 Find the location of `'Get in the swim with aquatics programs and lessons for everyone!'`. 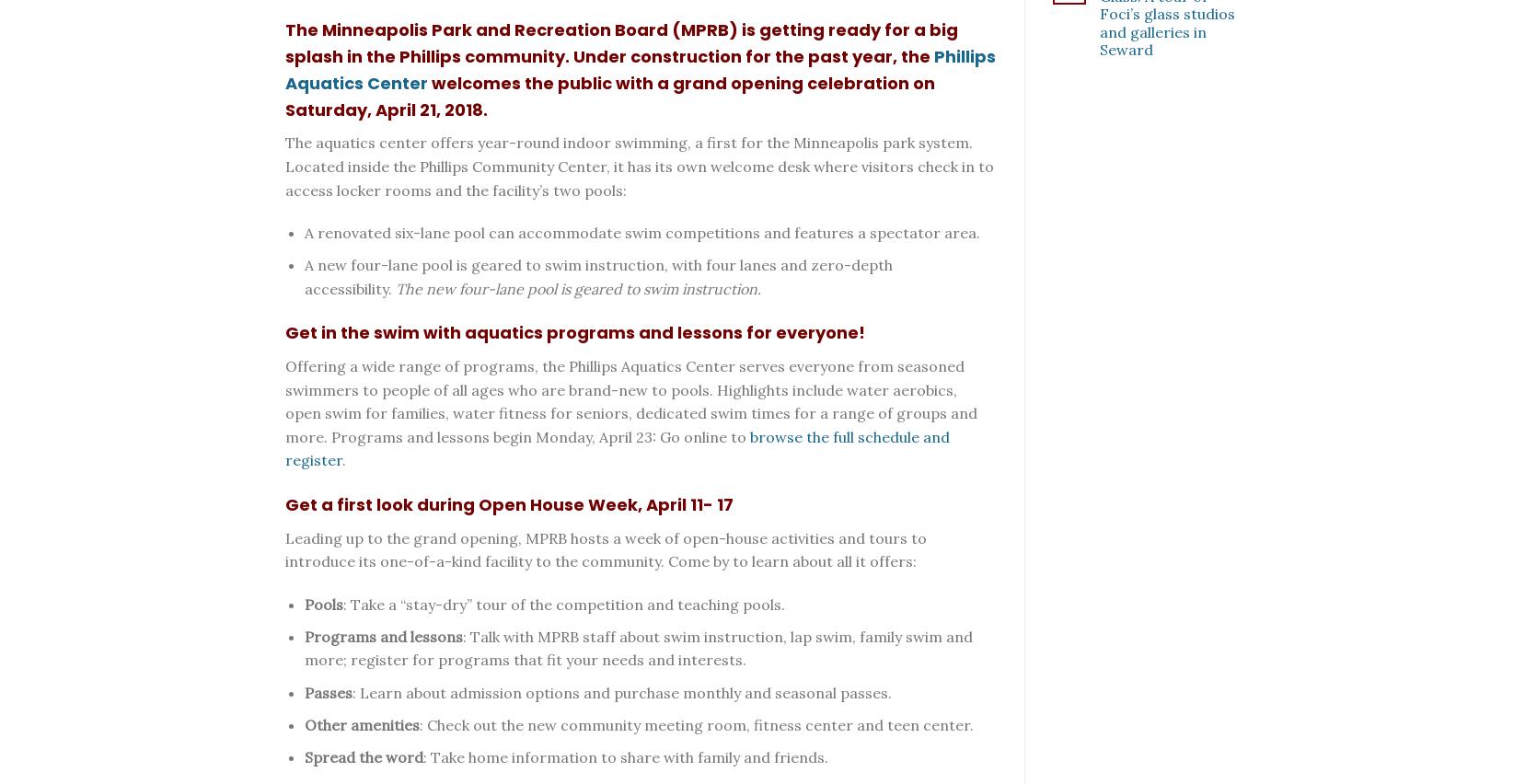

'Get in the swim with aquatics programs and lessons for everyone!' is located at coordinates (574, 331).